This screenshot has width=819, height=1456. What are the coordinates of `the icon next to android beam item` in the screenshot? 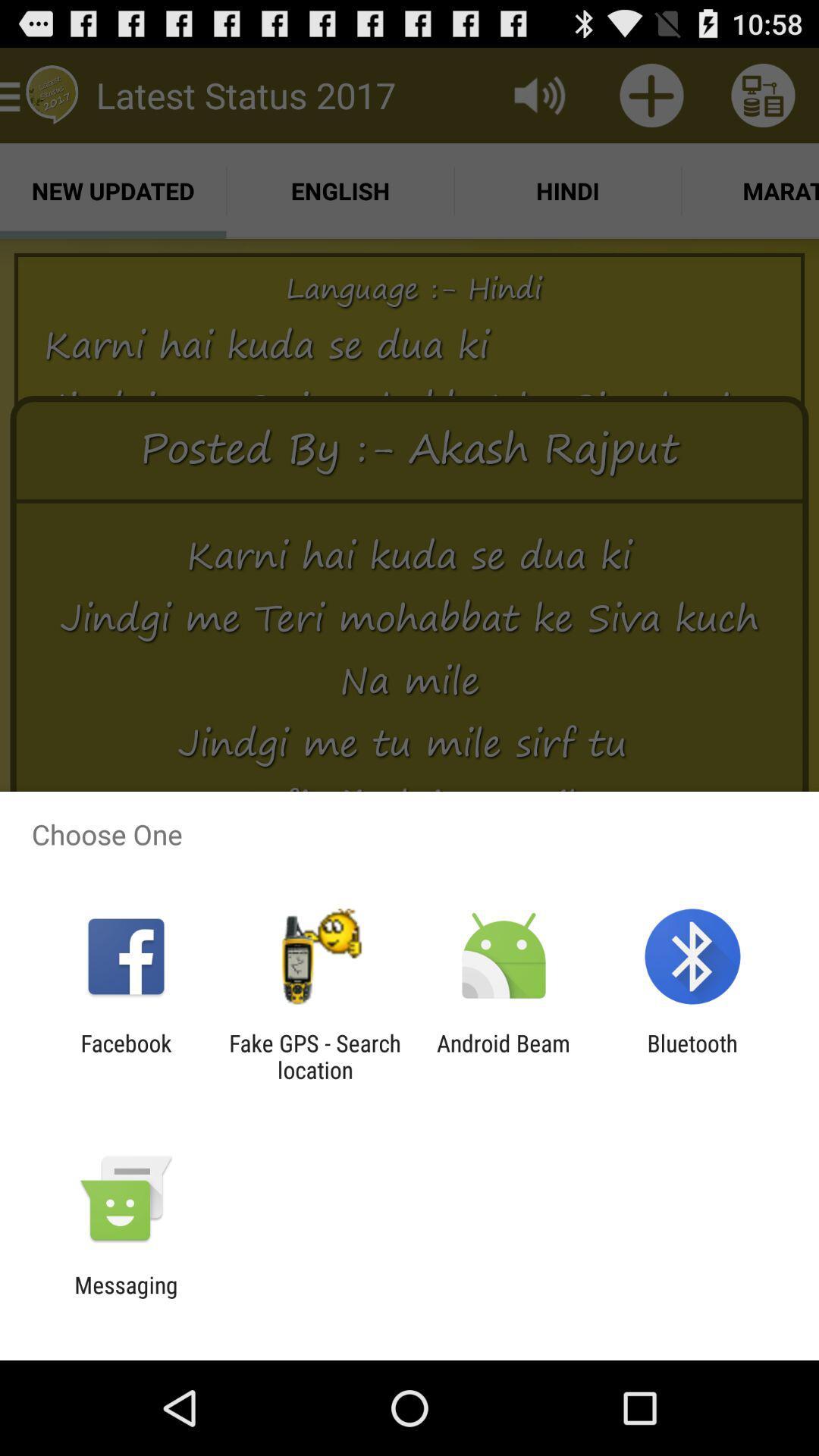 It's located at (314, 1056).